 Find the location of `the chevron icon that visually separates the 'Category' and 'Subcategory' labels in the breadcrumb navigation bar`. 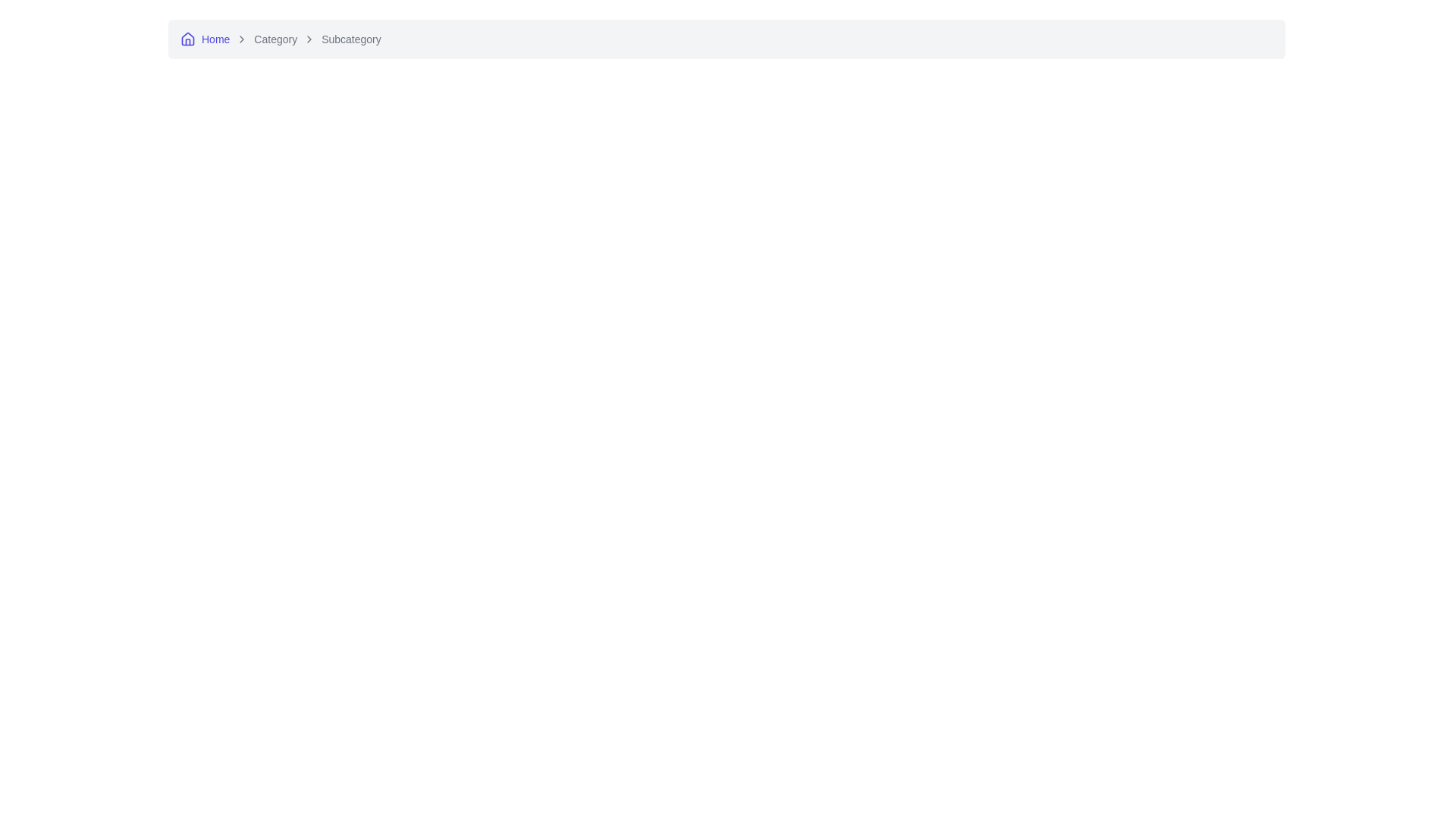

the chevron icon that visually separates the 'Category' and 'Subcategory' labels in the breadcrumb navigation bar is located at coordinates (309, 38).